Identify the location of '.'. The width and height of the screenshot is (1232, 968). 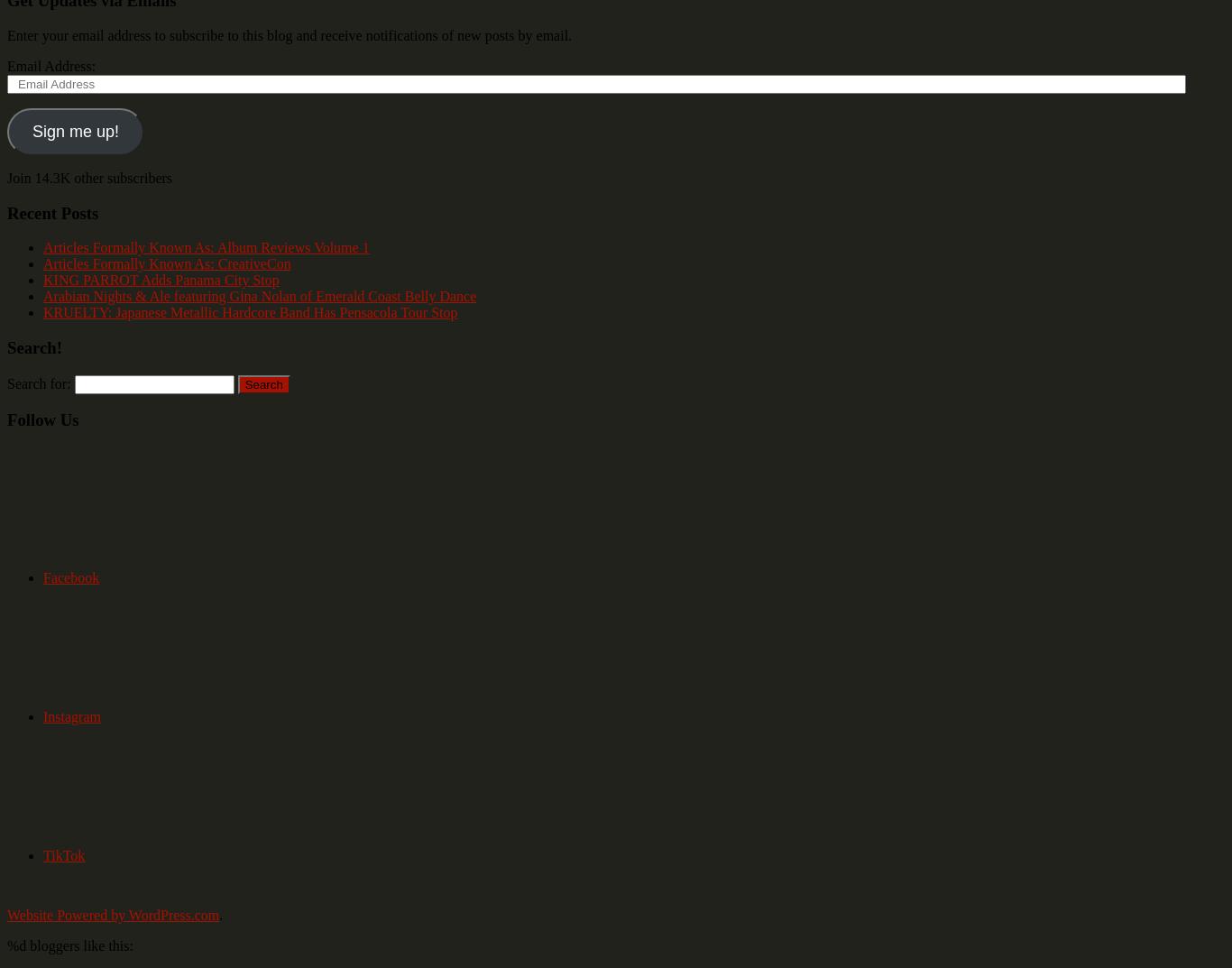
(219, 915).